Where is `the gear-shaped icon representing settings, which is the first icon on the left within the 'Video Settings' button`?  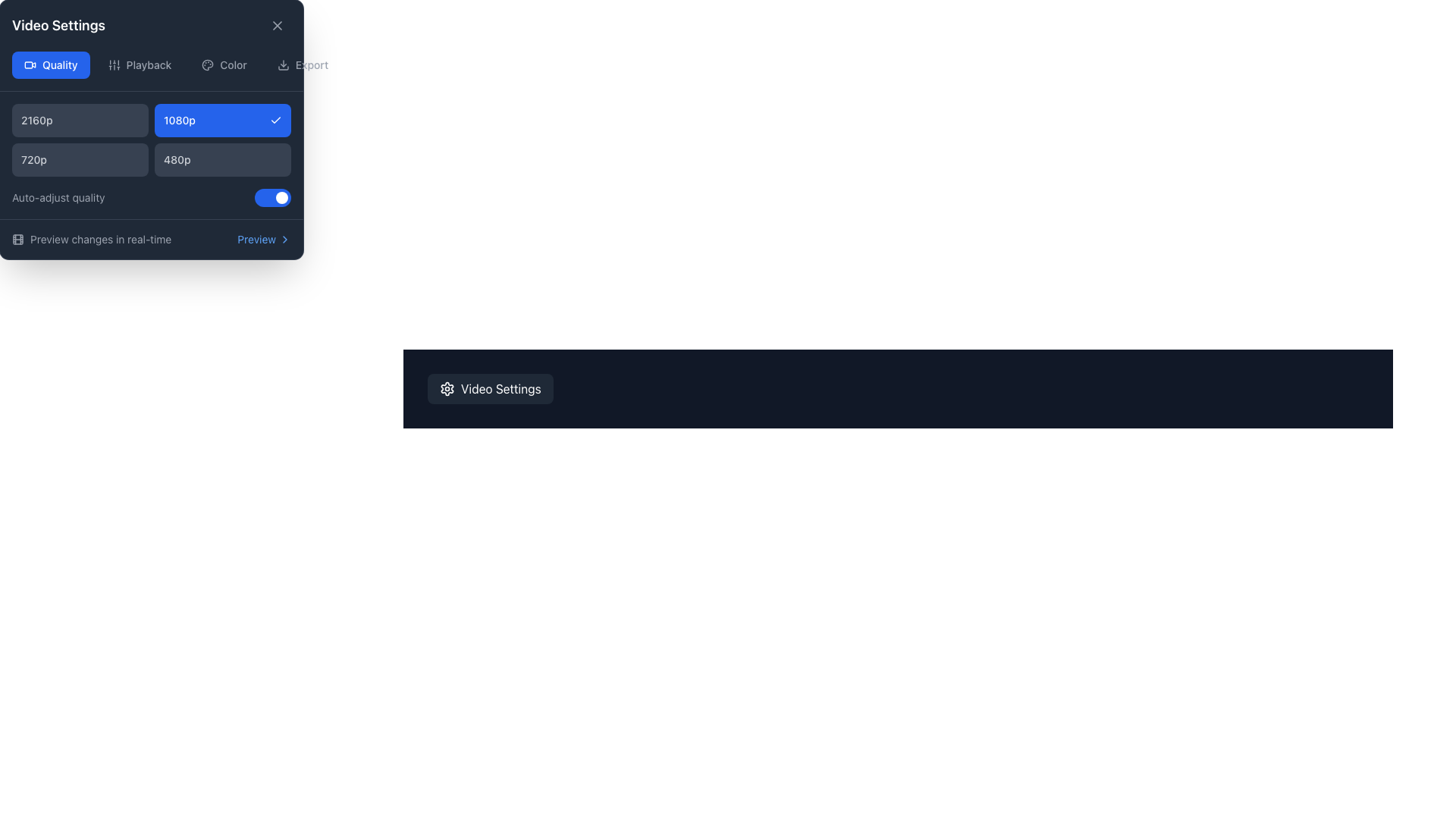 the gear-shaped icon representing settings, which is the first icon on the left within the 'Video Settings' button is located at coordinates (447, 388).